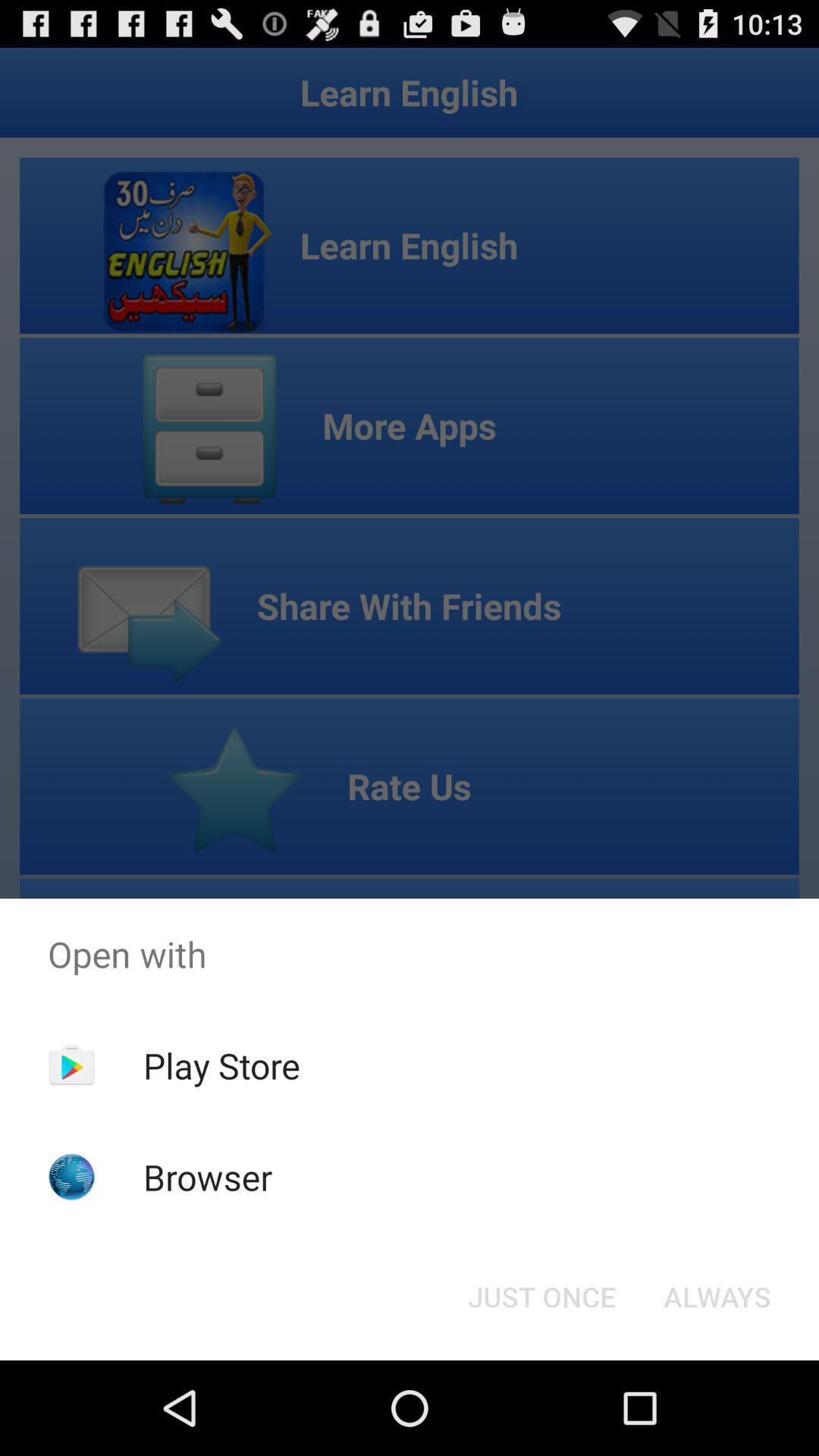 Image resolution: width=819 pixels, height=1456 pixels. What do you see at coordinates (541, 1295) in the screenshot?
I see `button to the left of the always item` at bounding box center [541, 1295].